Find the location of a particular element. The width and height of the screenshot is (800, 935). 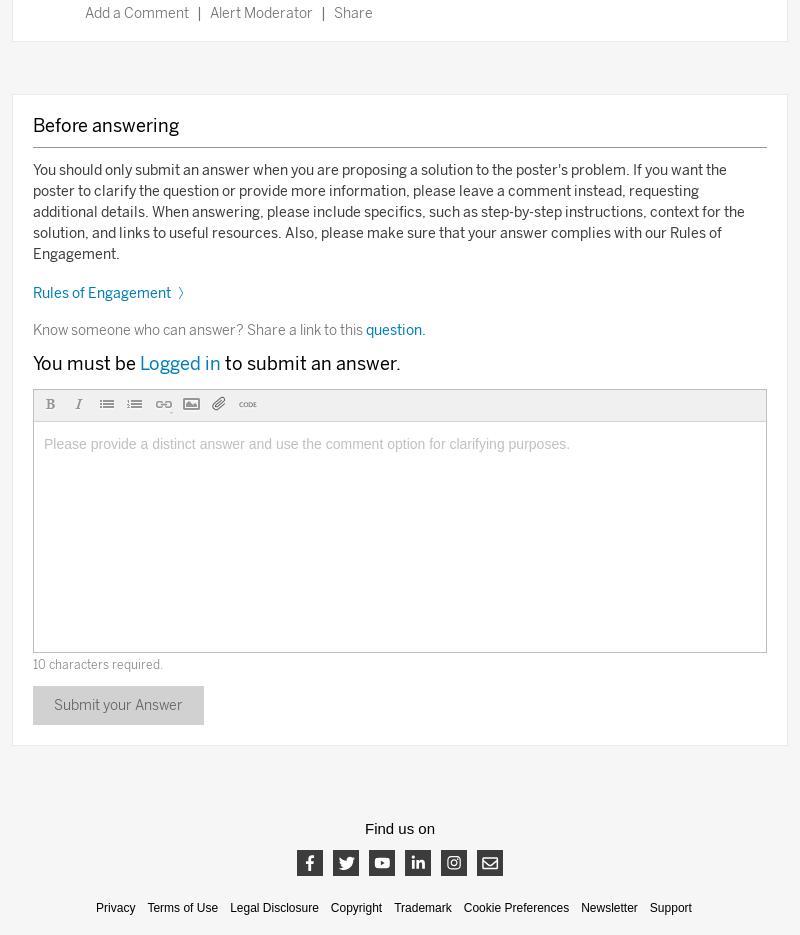

'Please provide a distinct answer and use the comment option for clarifying purposes.' is located at coordinates (306, 442).